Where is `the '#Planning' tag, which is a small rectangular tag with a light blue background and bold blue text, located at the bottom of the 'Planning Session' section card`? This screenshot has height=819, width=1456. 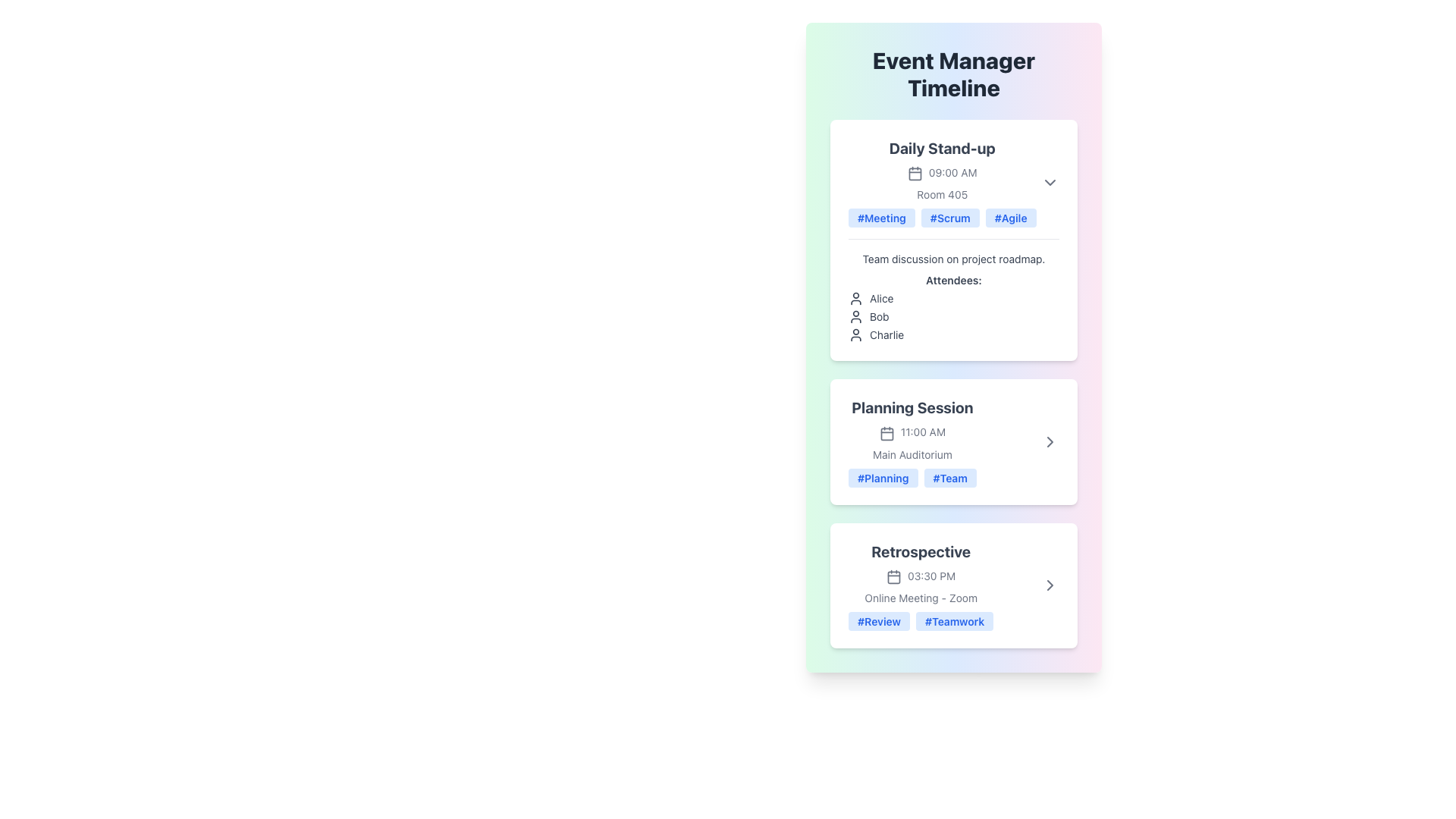 the '#Planning' tag, which is a small rectangular tag with a light blue background and bold blue text, located at the bottom of the 'Planning Session' section card is located at coordinates (883, 478).